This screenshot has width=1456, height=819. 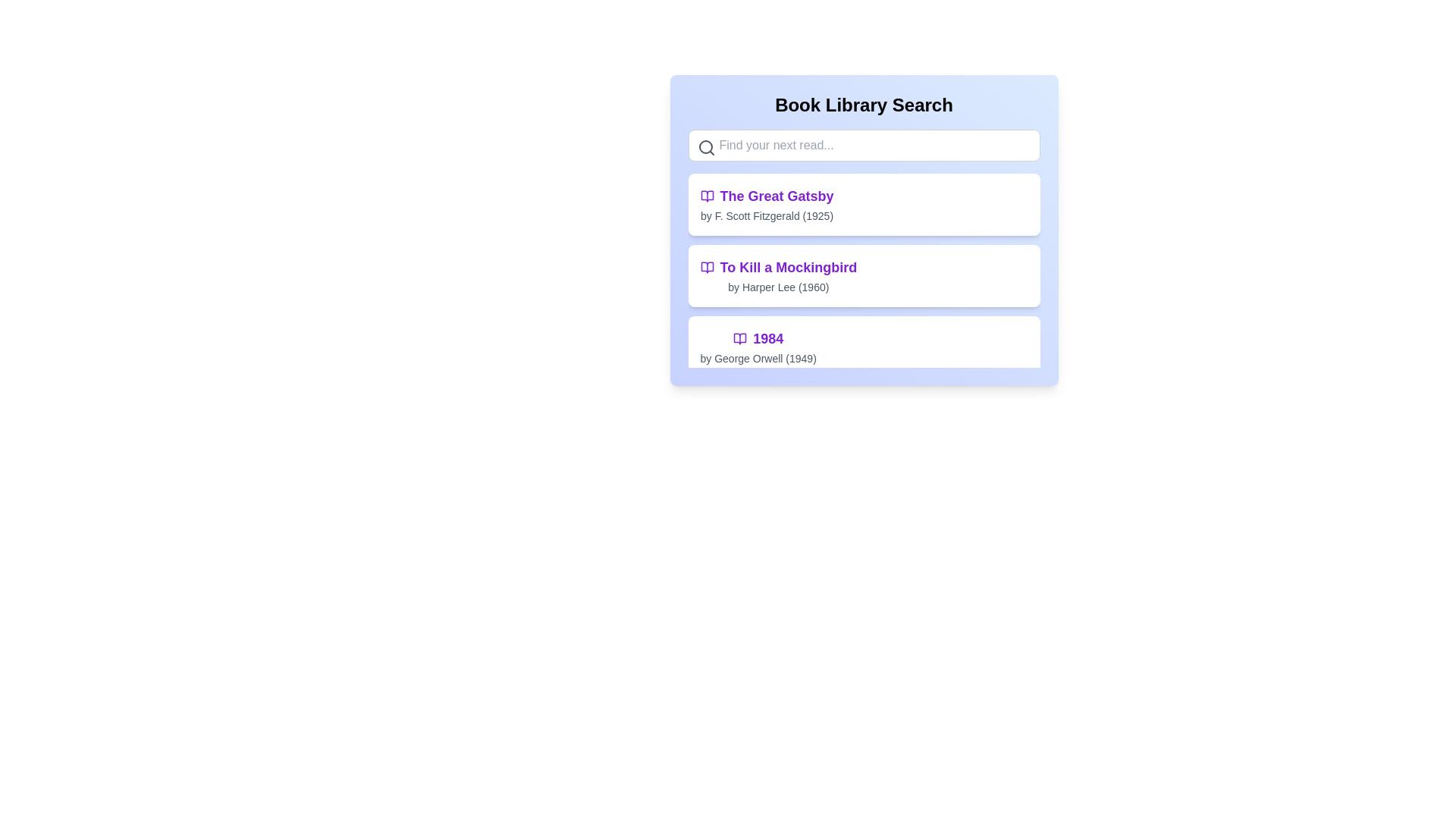 I want to click on the text label 'by George Orwell (1949)', which is styled in a smaller font and colored gray, located directly beneath the main title '1984' in the fourth listing of the interface, to interact with related elements above or below it, so click(x=758, y=359).